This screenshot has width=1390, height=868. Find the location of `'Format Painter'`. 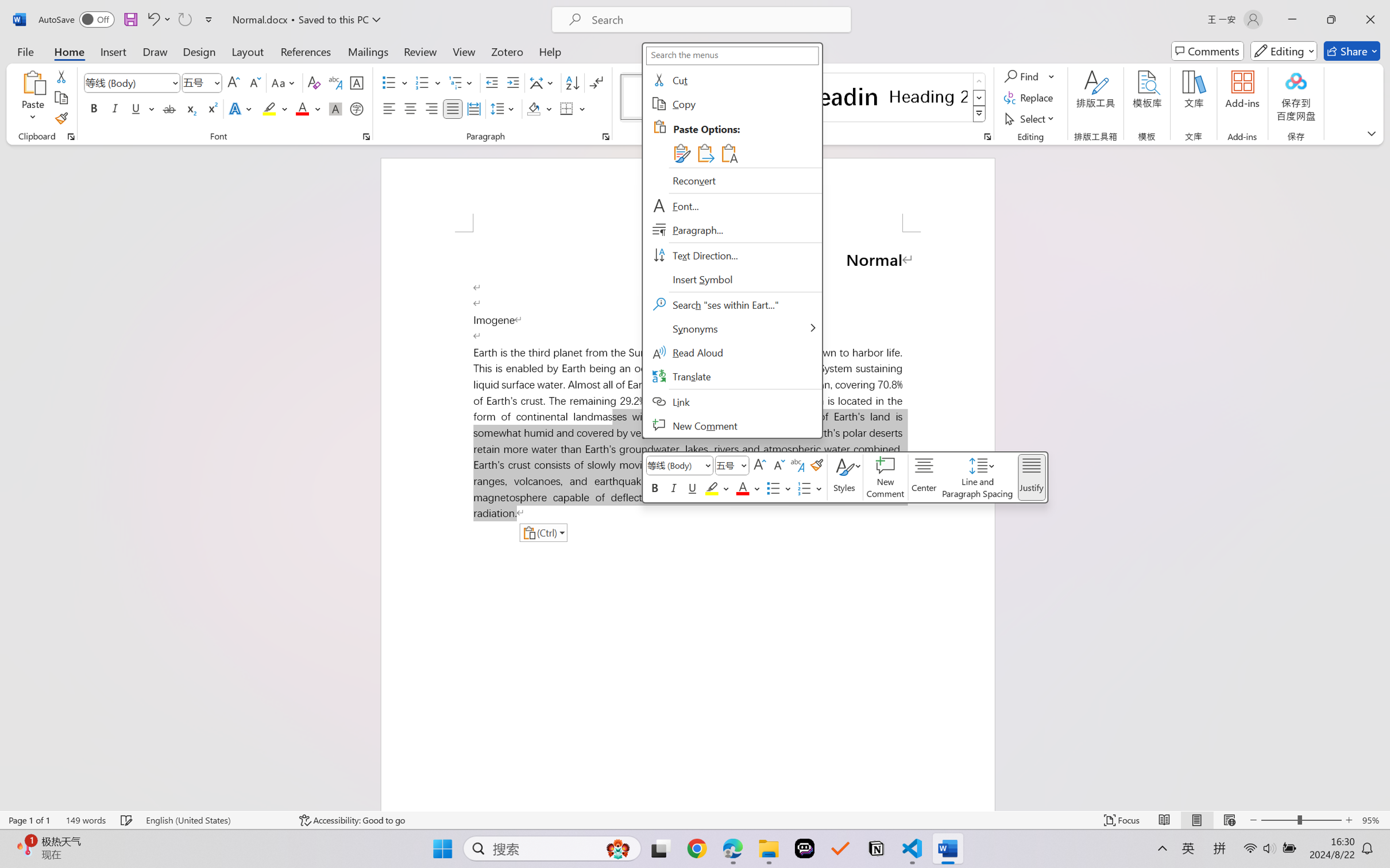

'Format Painter' is located at coordinates (60, 119).